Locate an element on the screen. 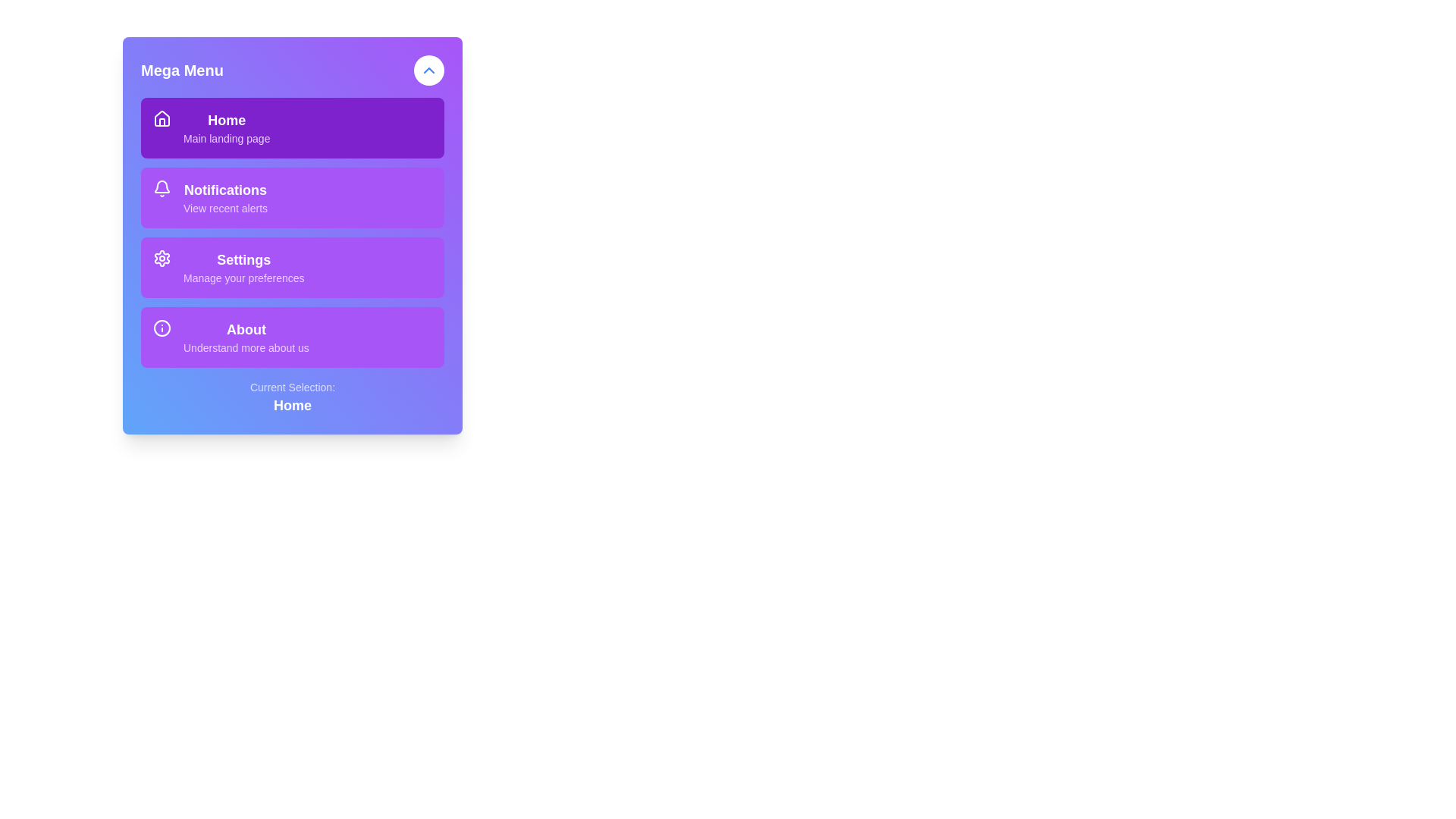 Image resolution: width=1456 pixels, height=819 pixels. the 'Notifications' text display component, which features bold, white text on a purple background, positioned between 'Home' and 'Settings' in the menu layout is located at coordinates (224, 197).